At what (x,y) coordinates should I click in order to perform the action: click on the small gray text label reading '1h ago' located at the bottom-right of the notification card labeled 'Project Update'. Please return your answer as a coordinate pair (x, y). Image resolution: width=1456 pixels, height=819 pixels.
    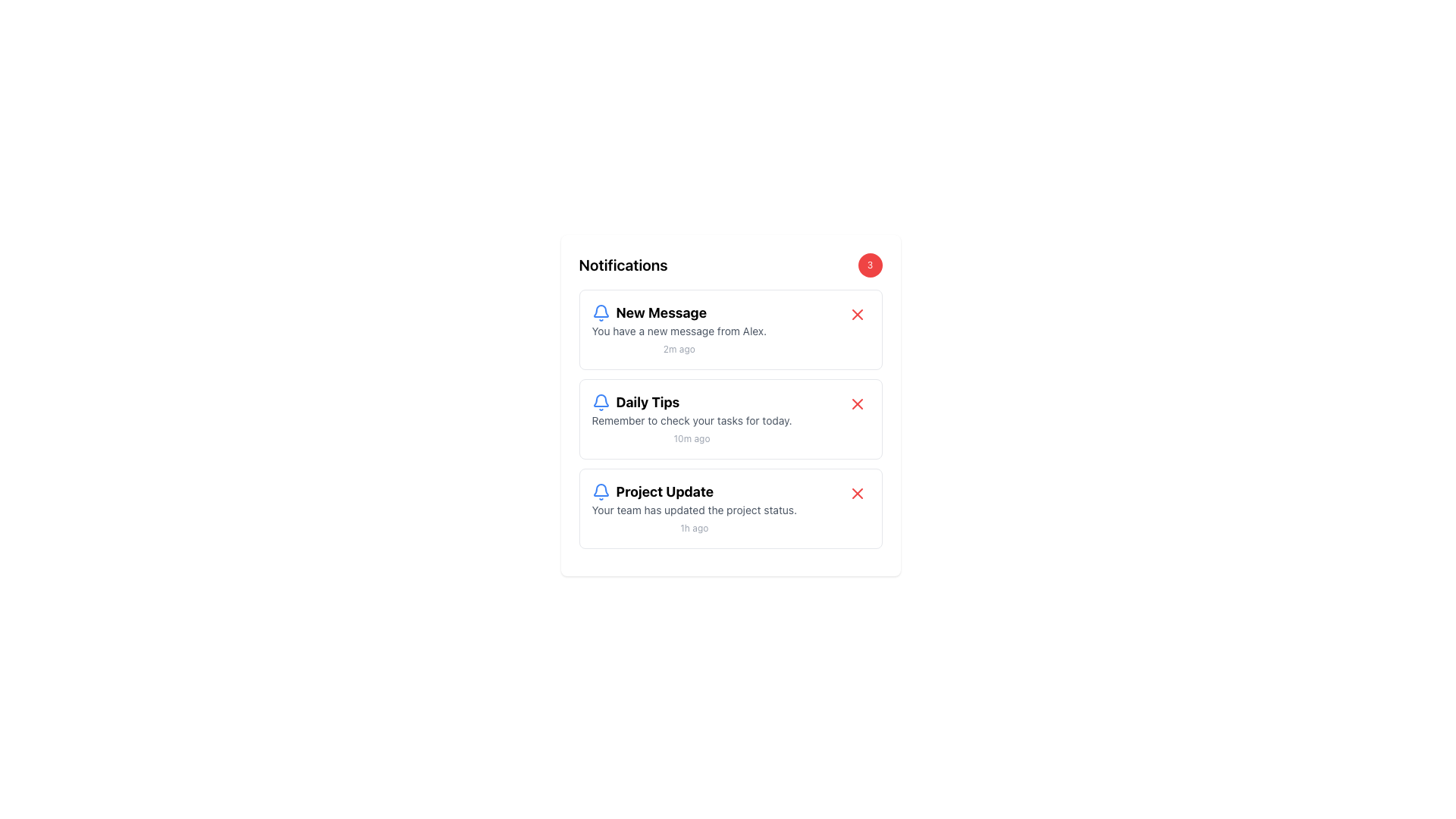
    Looking at the image, I should click on (693, 527).